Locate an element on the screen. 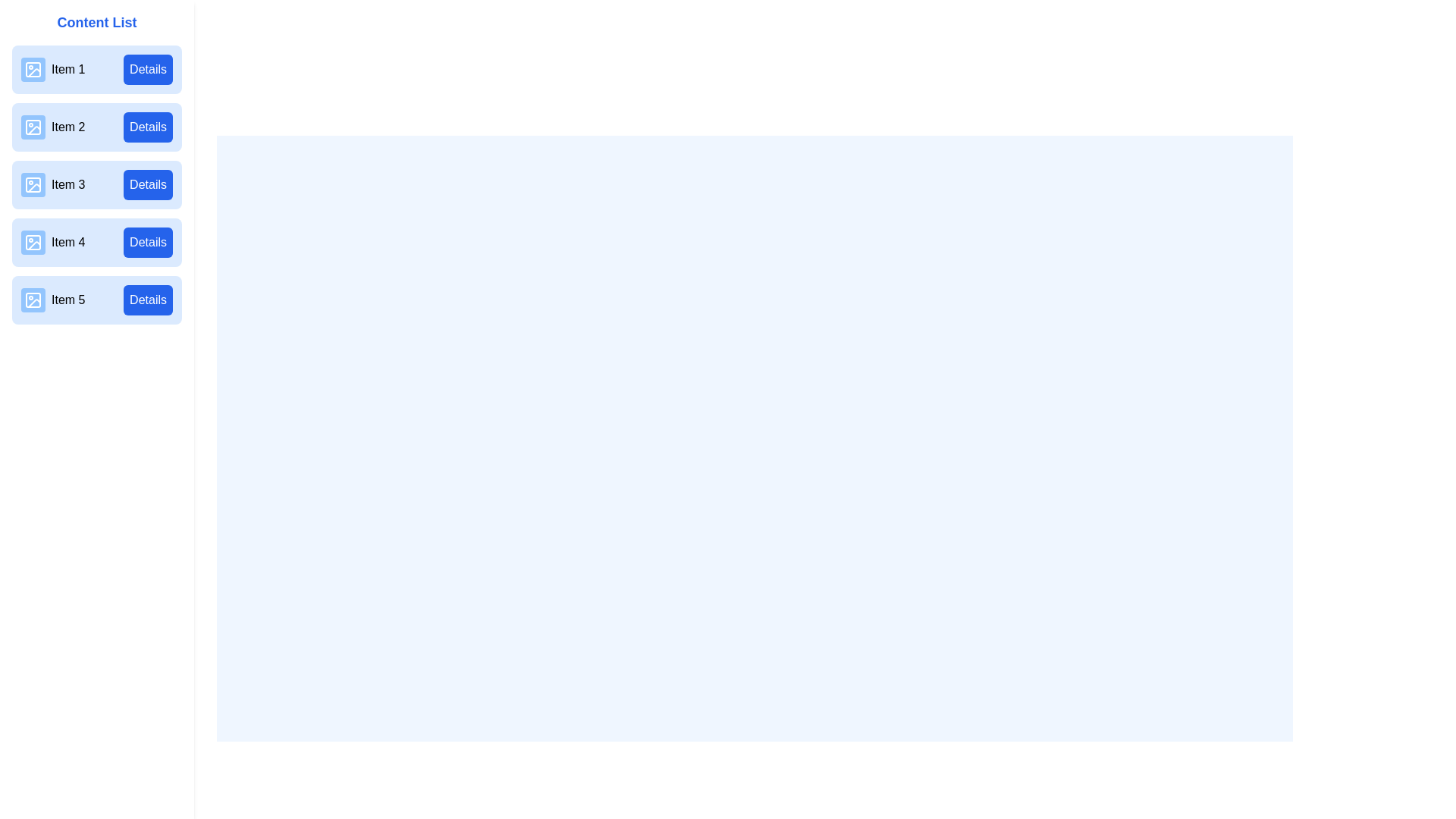 This screenshot has height=819, width=1456. the crossed-out removal marker icon located to the left of the text 'Item 5' in the bottom-most entry of the vertically-listed group of items is located at coordinates (34, 303).